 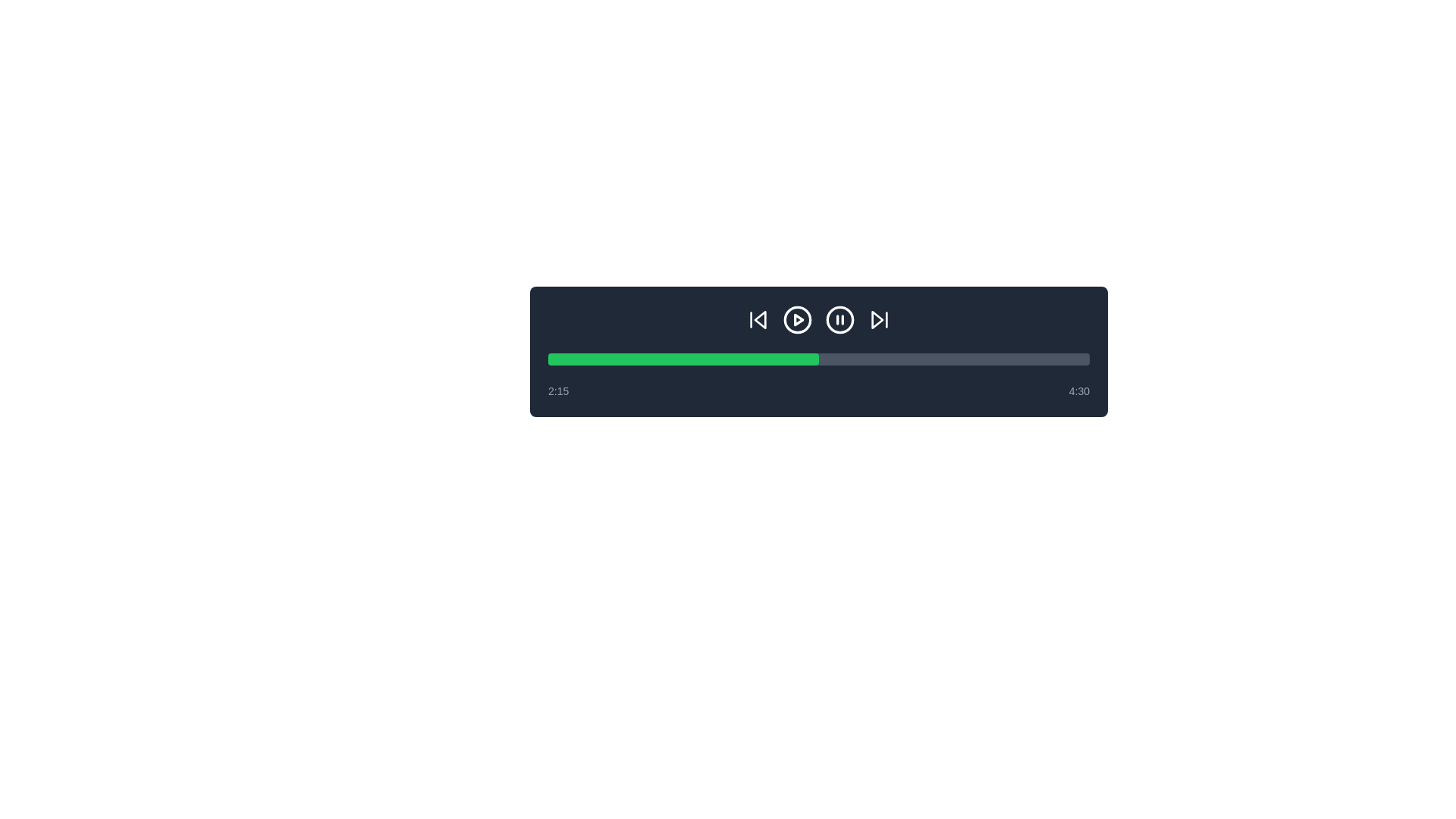 I want to click on the rewind or forward buttons in the media player widget to adjust playback, so click(x=818, y=351).